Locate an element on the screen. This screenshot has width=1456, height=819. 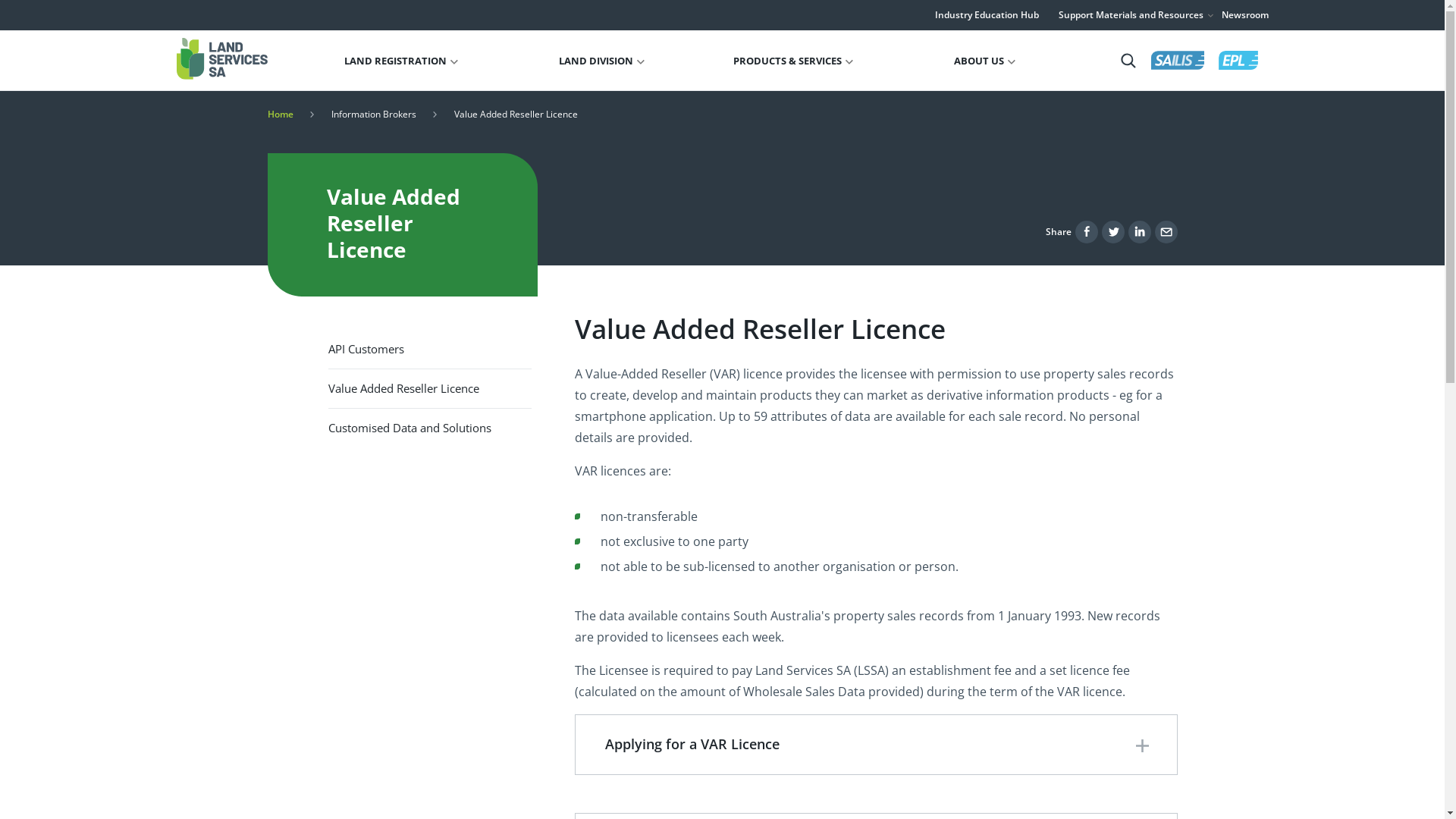
'EPL' is located at coordinates (1238, 59).